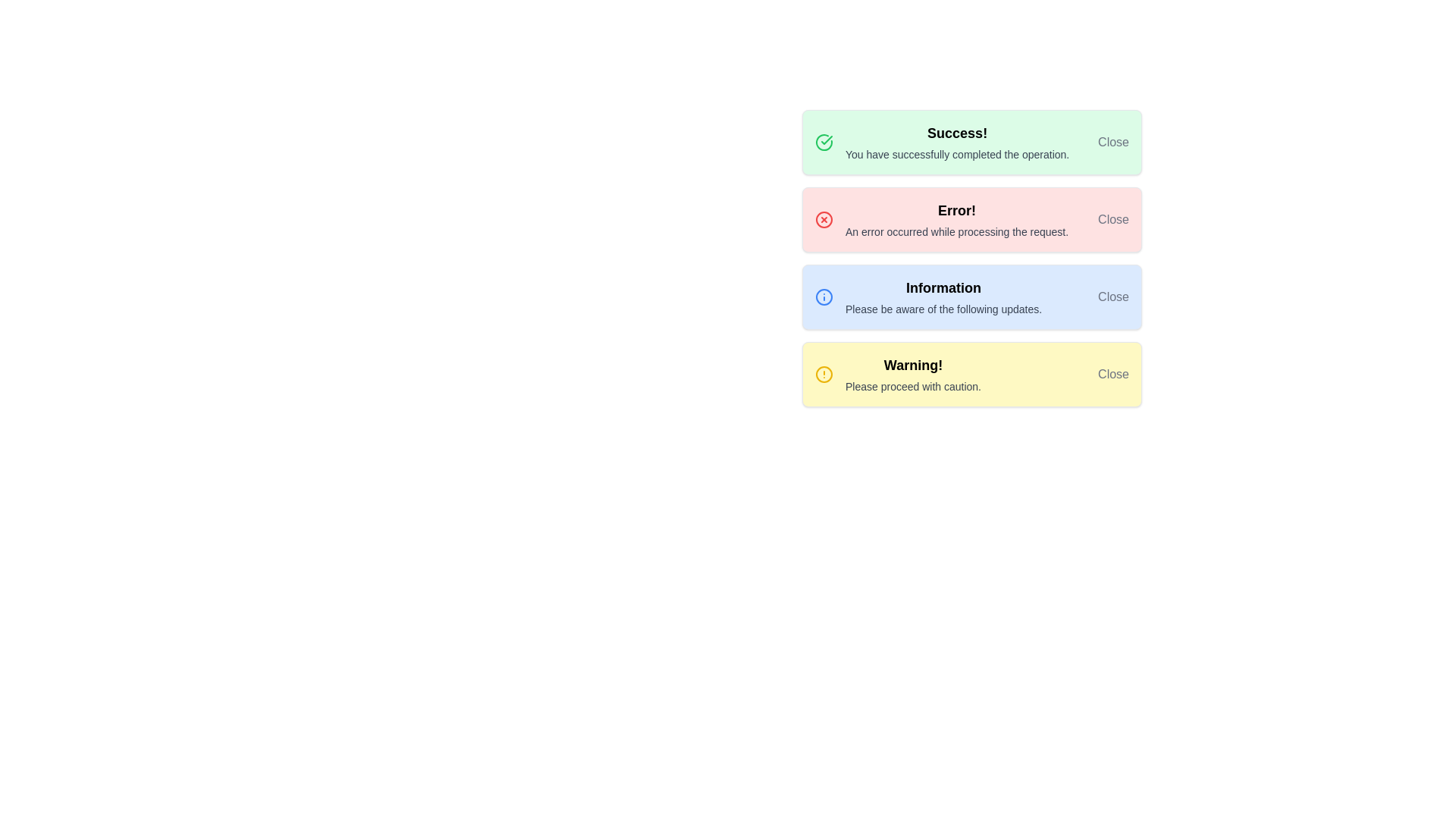  Describe the element at coordinates (956, 210) in the screenshot. I see `bold text 'Error!' displayed prominently in the second red notification box near the top of the interface` at that location.